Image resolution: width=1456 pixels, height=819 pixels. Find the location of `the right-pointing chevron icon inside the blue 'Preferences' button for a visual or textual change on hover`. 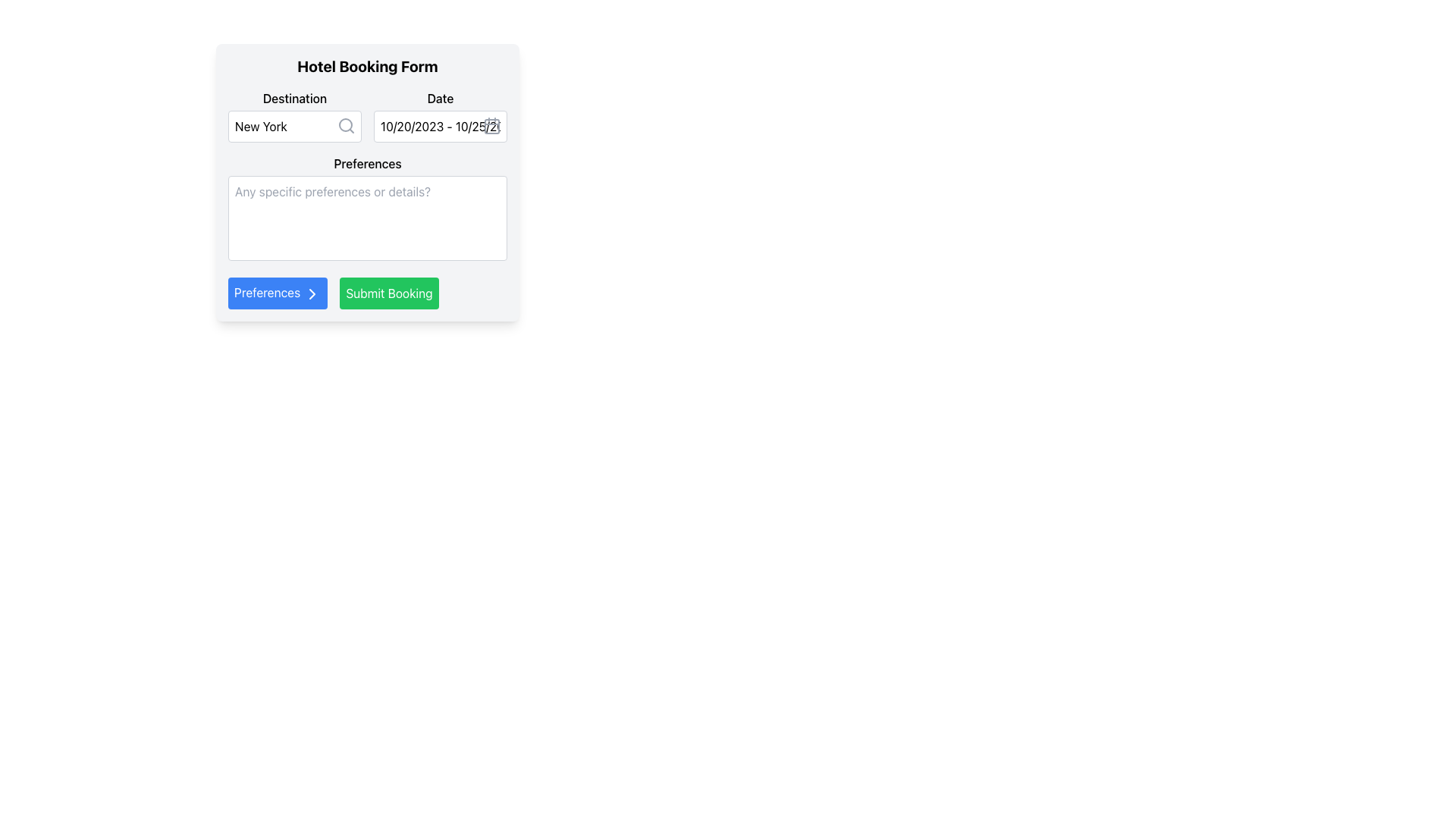

the right-pointing chevron icon inside the blue 'Preferences' button for a visual or textual change on hover is located at coordinates (312, 293).